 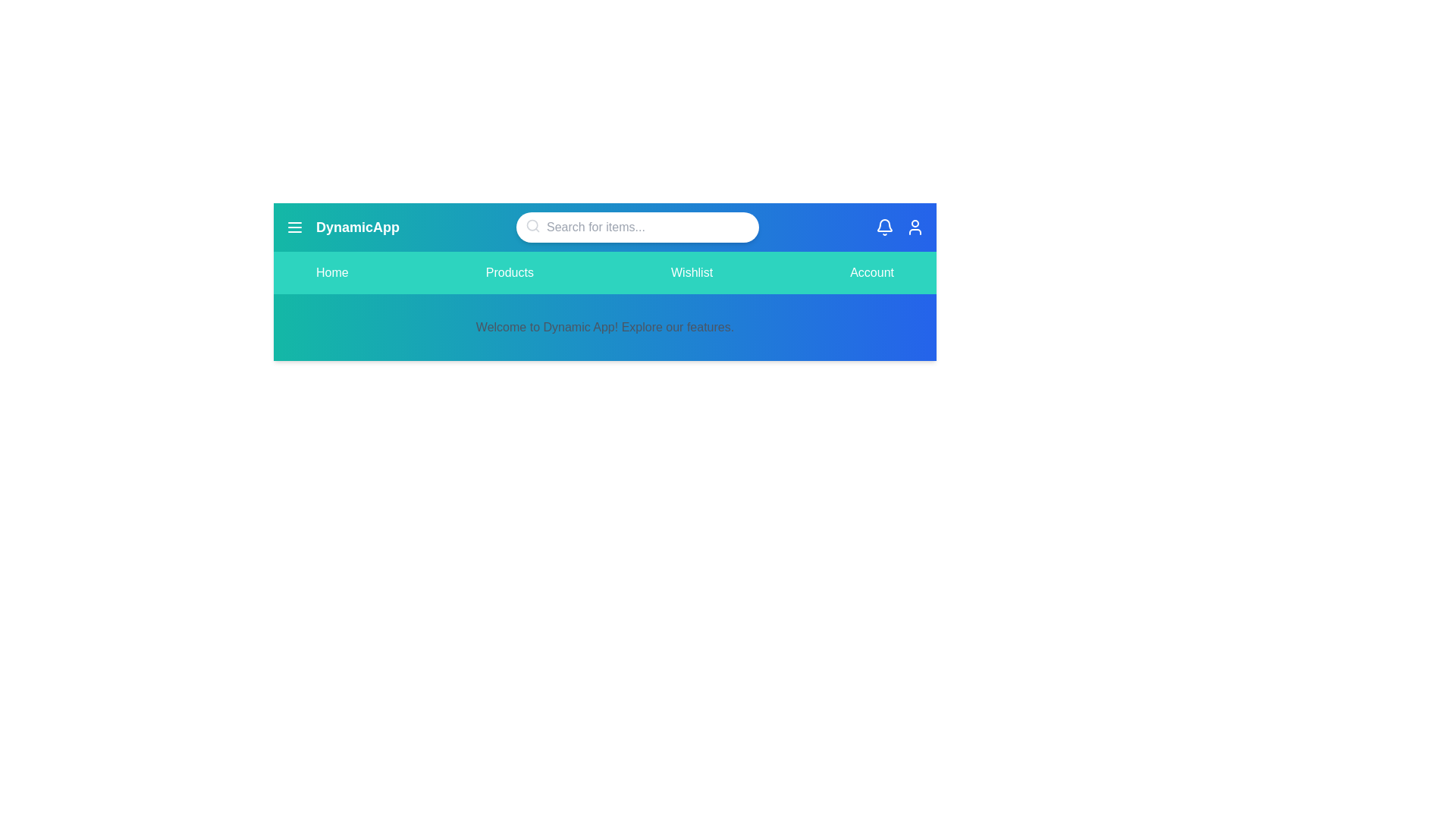 I want to click on the navigation tab Account to trigger interaction feedback, so click(x=872, y=271).